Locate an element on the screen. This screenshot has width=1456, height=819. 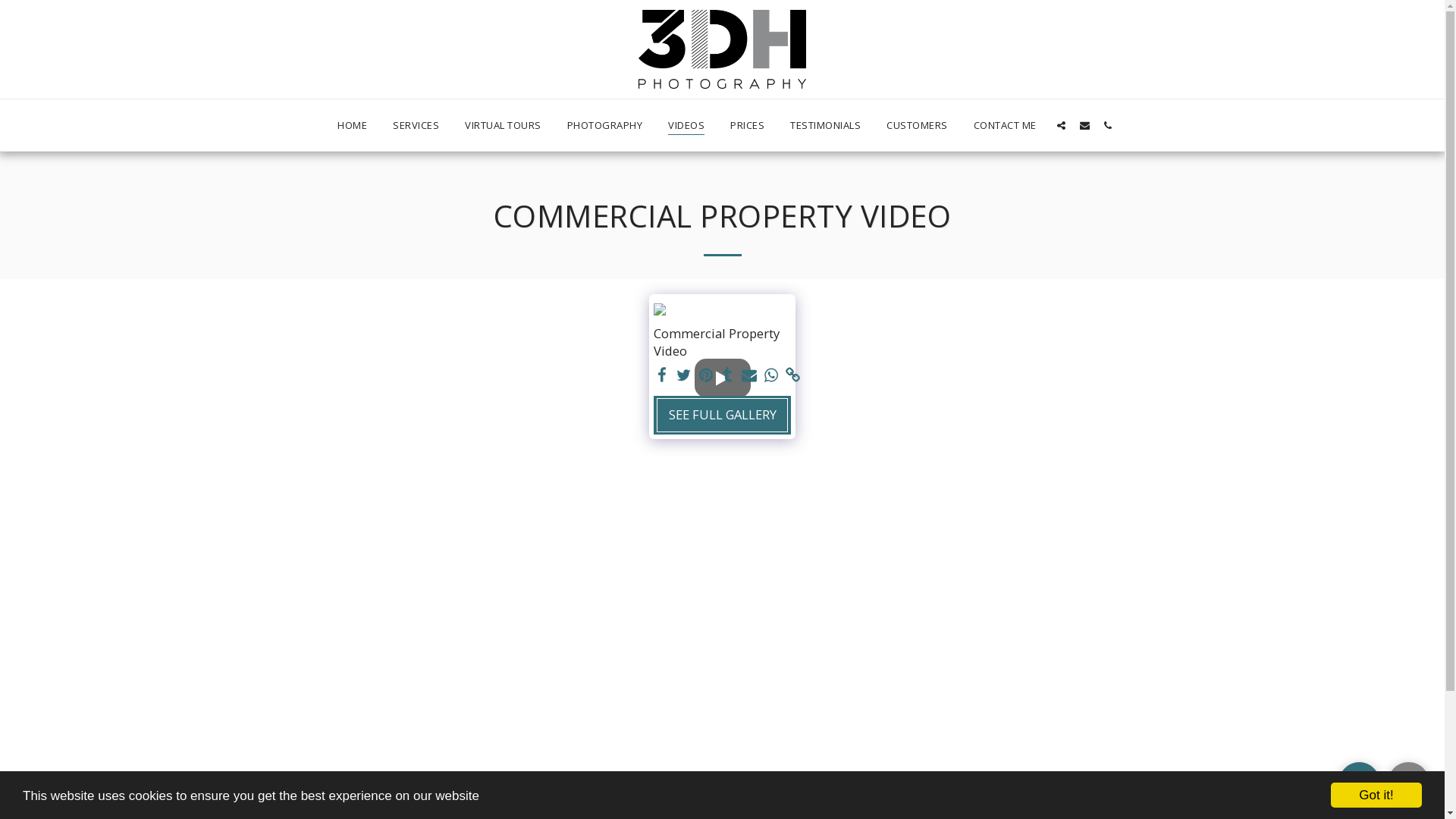
' ' is located at coordinates (771, 375).